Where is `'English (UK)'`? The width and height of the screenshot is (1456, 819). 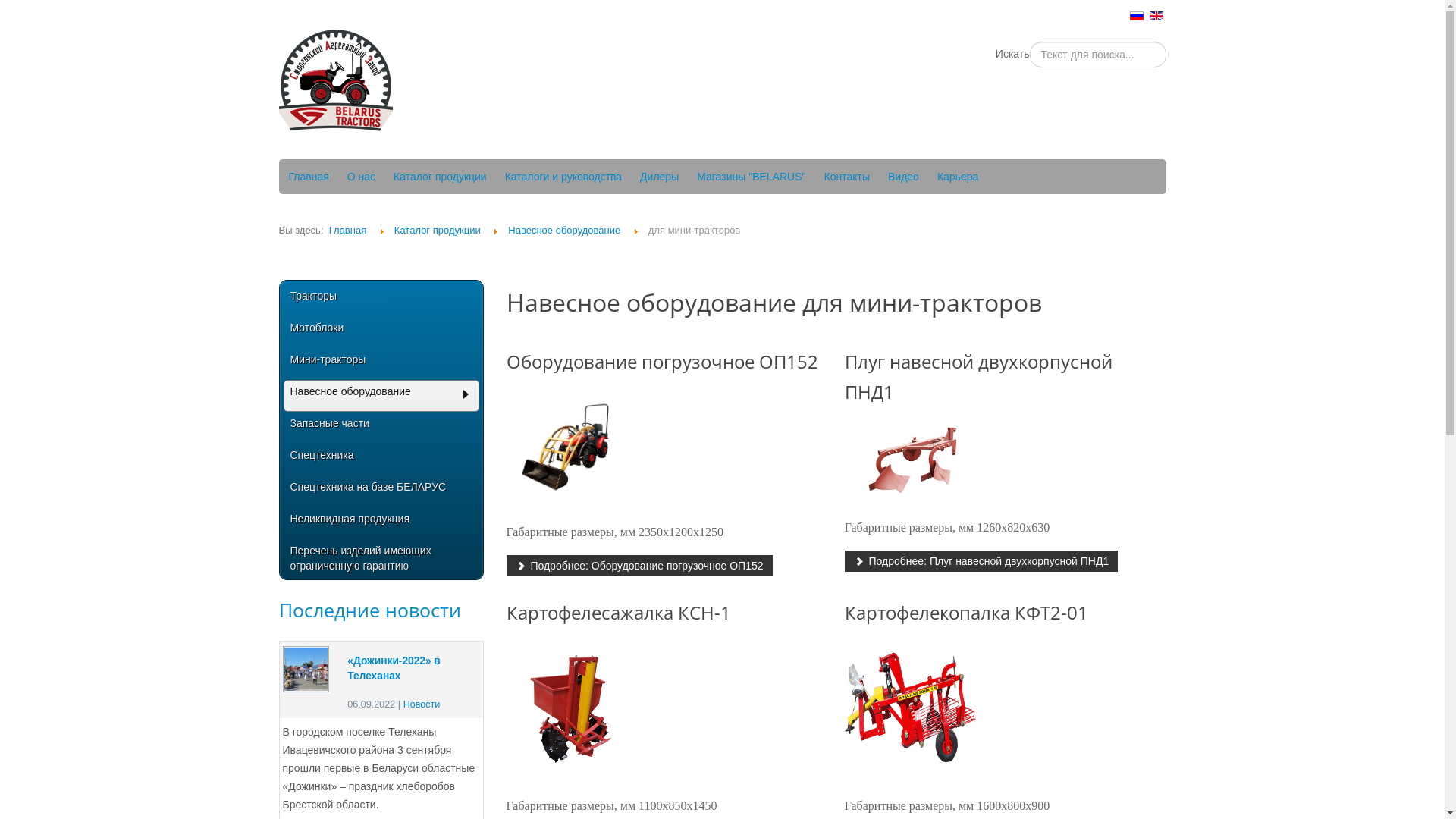 'English (UK)' is located at coordinates (1156, 15).